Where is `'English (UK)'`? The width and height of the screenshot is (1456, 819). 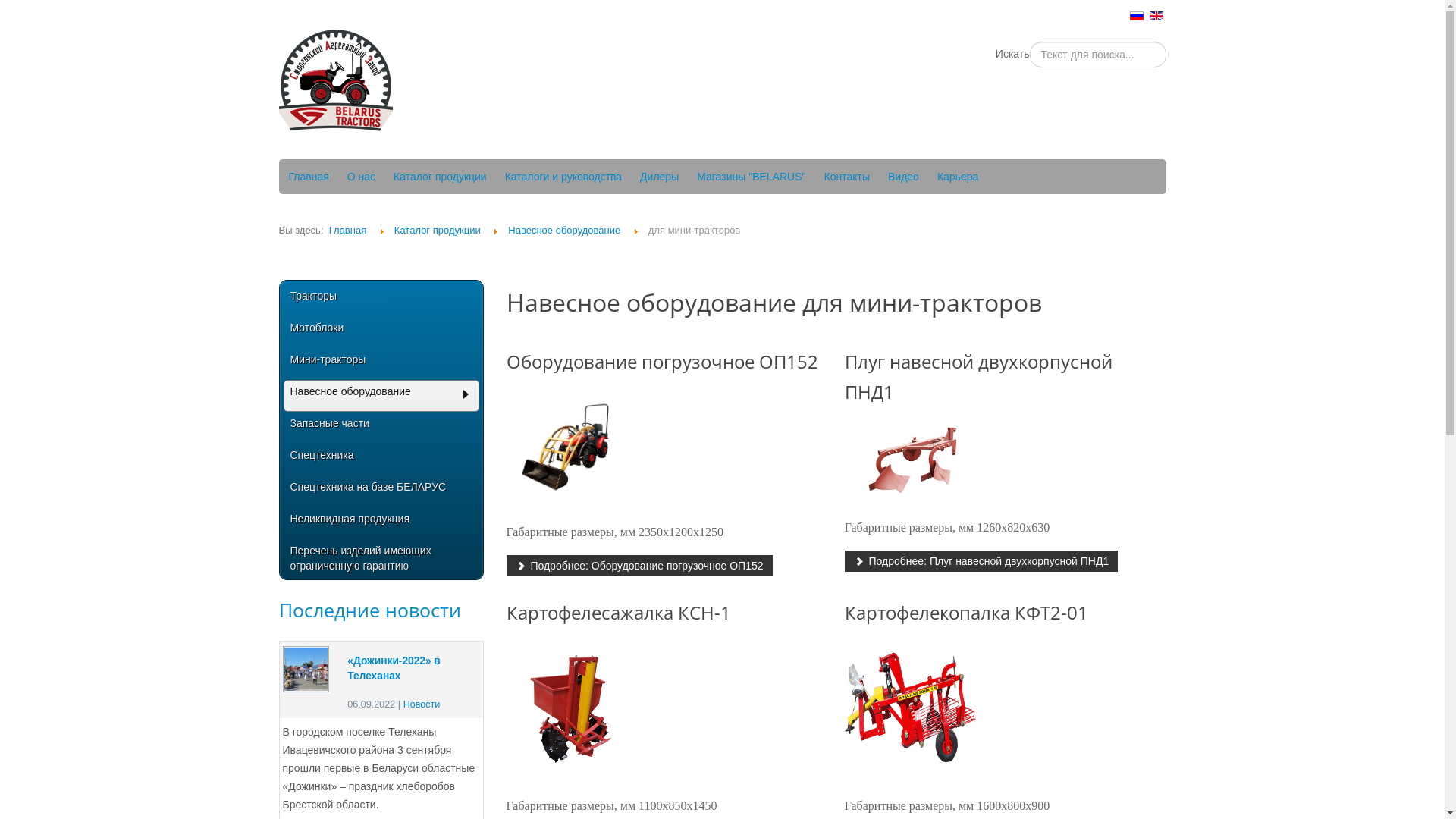 'English (UK)' is located at coordinates (1156, 15).